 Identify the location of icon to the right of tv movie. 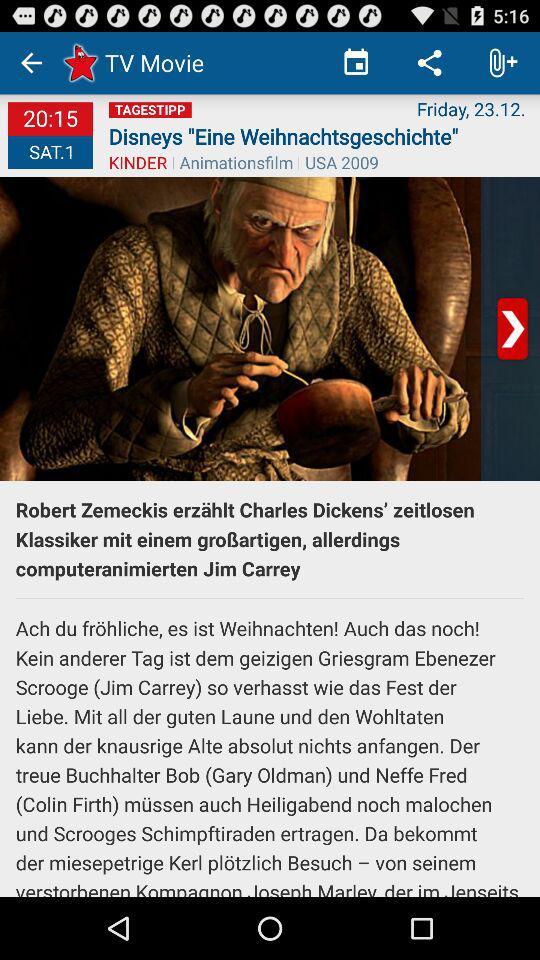
(355, 62).